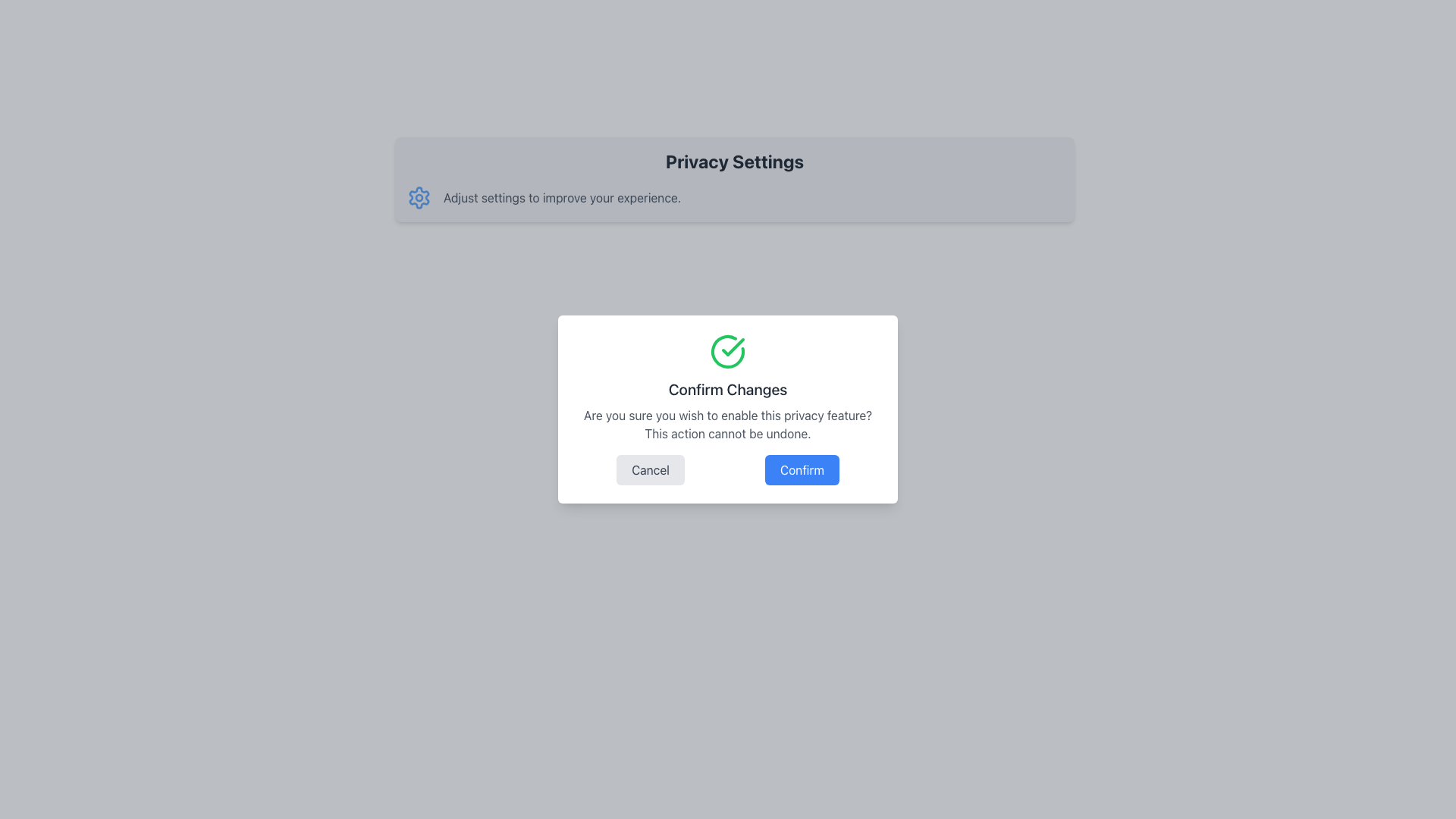 Image resolution: width=1456 pixels, height=819 pixels. What do you see at coordinates (728, 351) in the screenshot?
I see `the circular green icon with a checkmark symbol inside, located centrally in the confirmation dialog overlay` at bounding box center [728, 351].